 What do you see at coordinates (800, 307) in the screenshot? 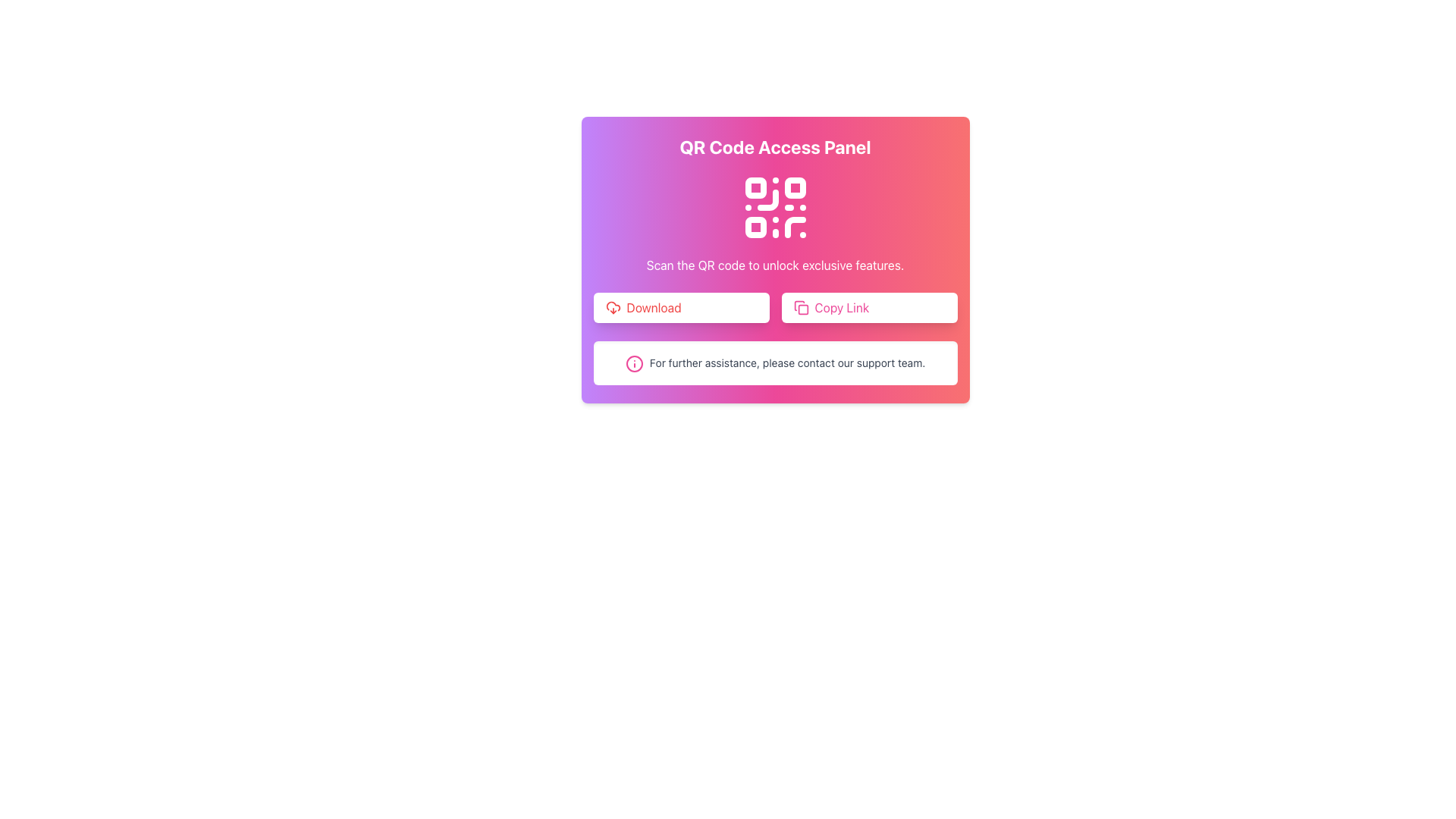
I see `the document icon located to the left of the 'Copy Link' button` at bounding box center [800, 307].